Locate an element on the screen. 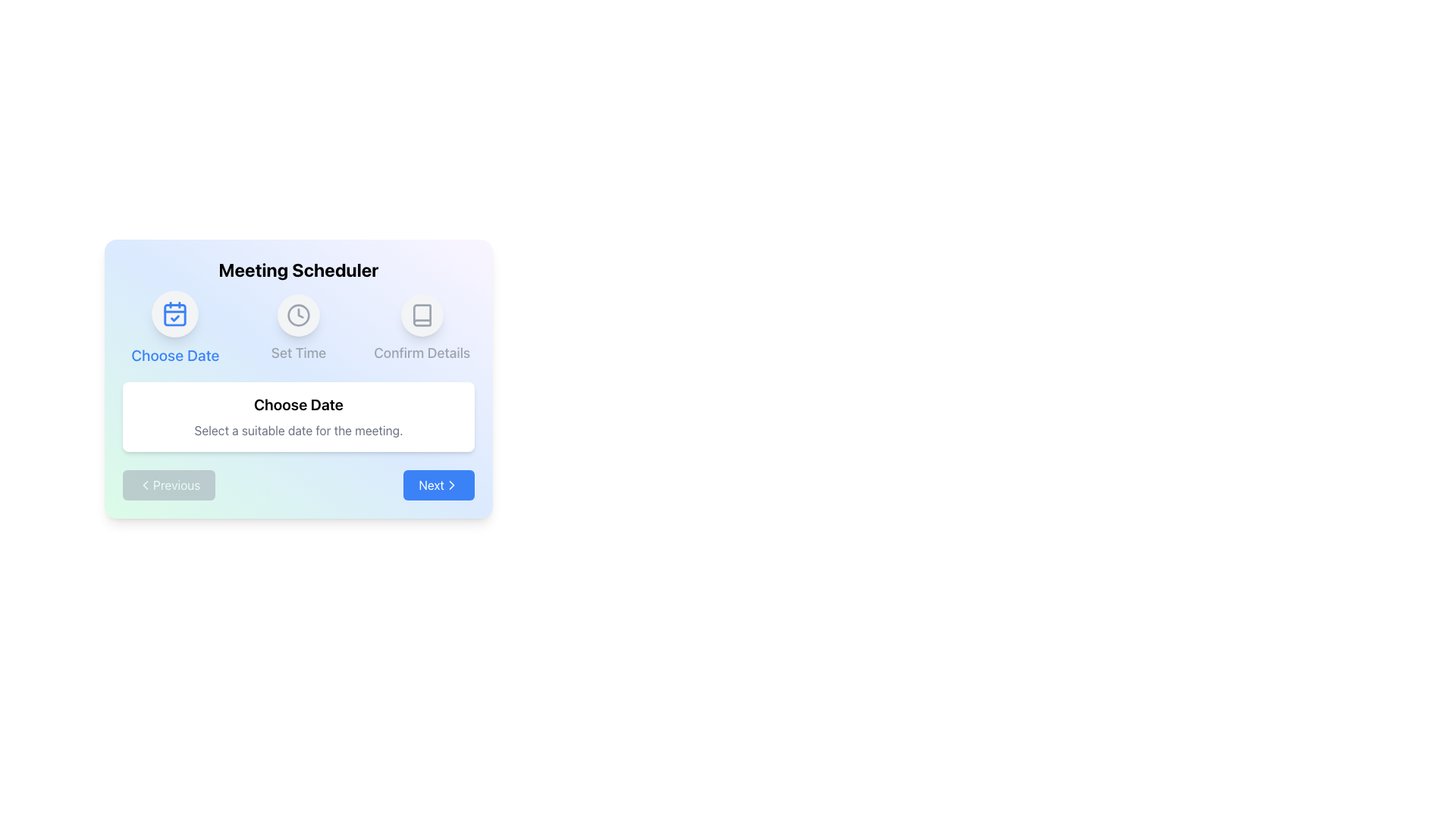 This screenshot has height=819, width=1456. to select or activate the 'Set Time' step, which is the second section in a horizontal row of steps, positioned between 'Choose Date' and 'Confirm Details' is located at coordinates (298, 328).